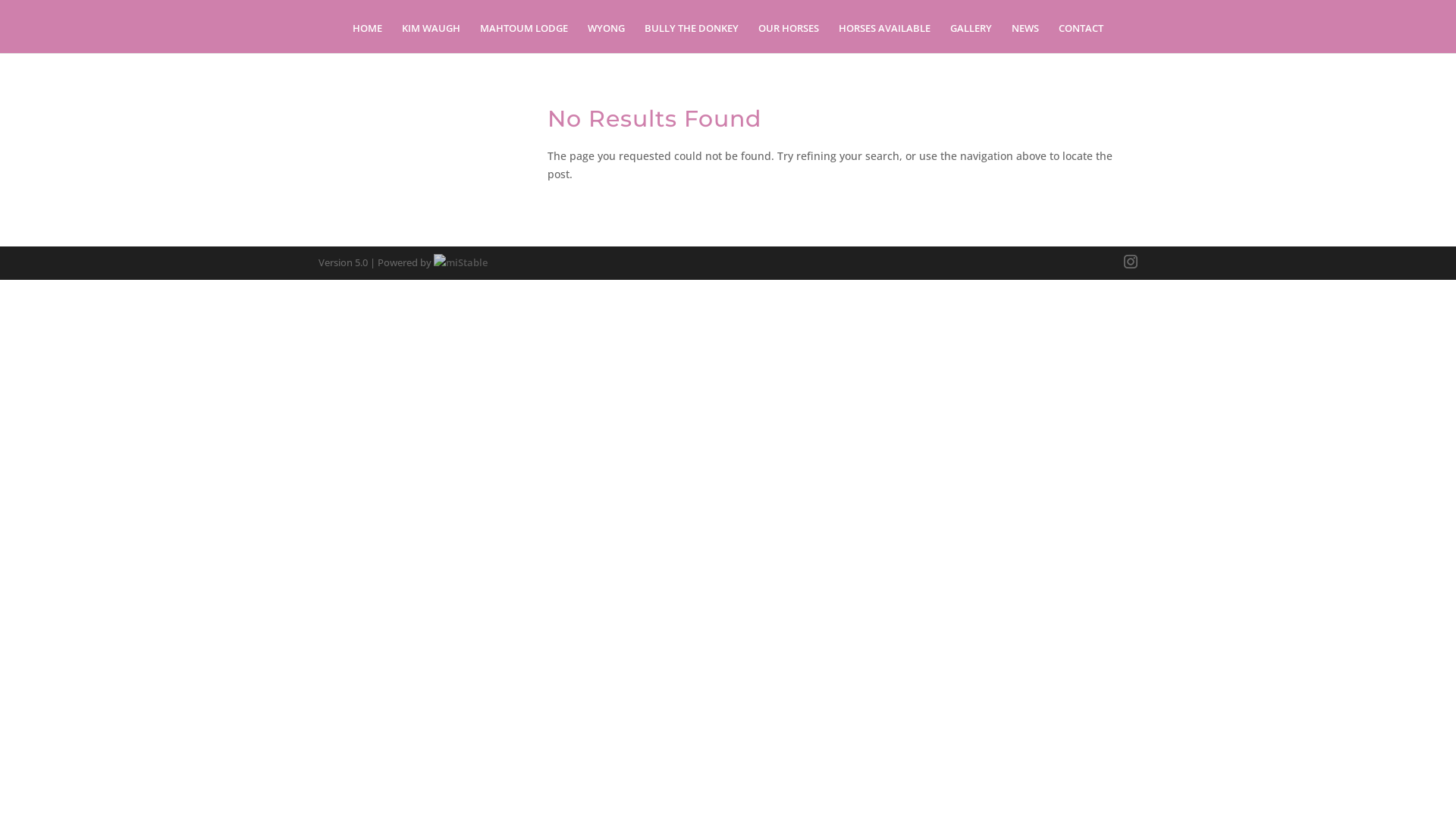 The image size is (1456, 819). Describe the element at coordinates (971, 37) in the screenshot. I see `'GALLERY'` at that location.